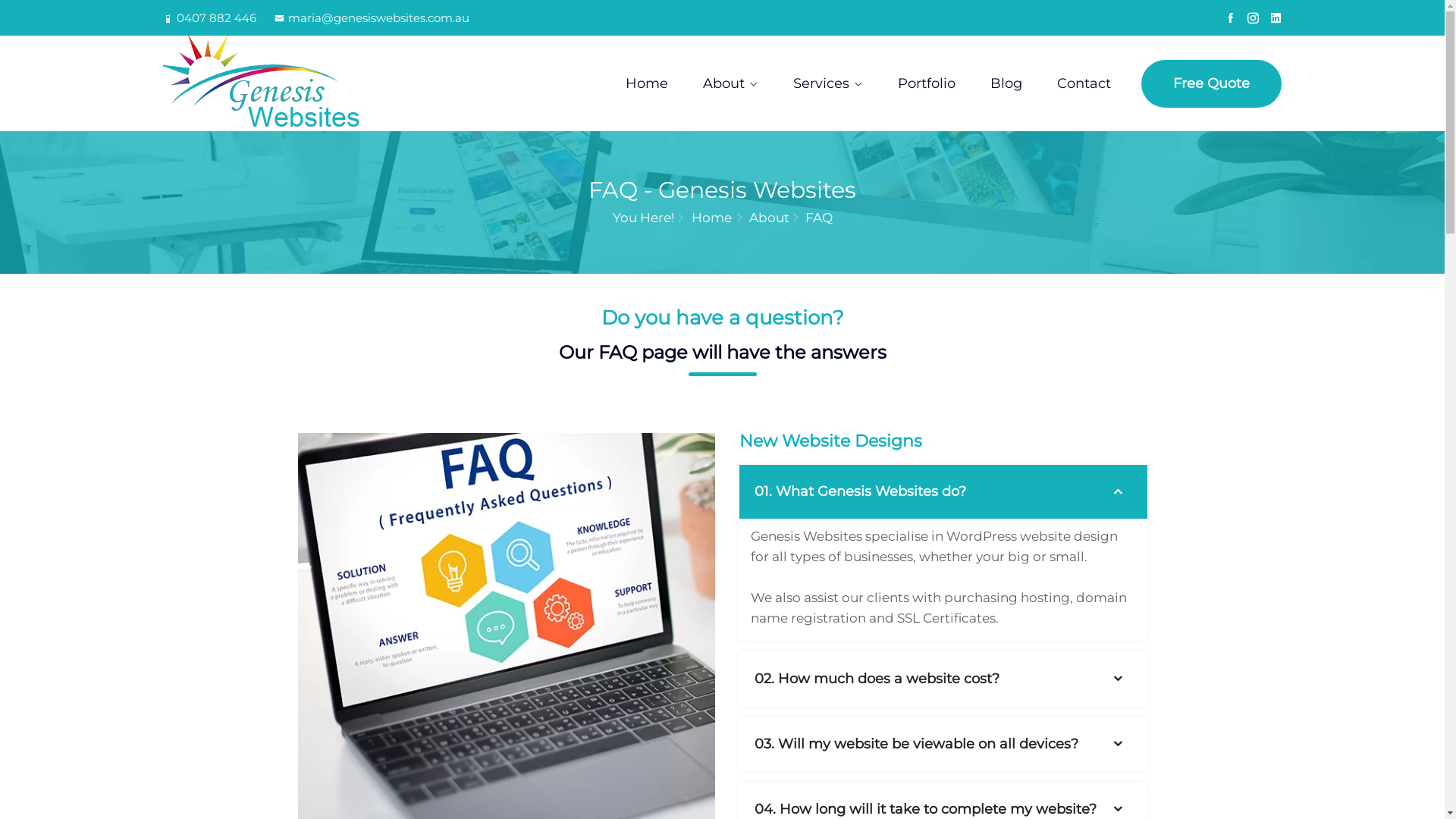 The image size is (1456, 819). I want to click on '02. How much does a website cost?', so click(942, 678).